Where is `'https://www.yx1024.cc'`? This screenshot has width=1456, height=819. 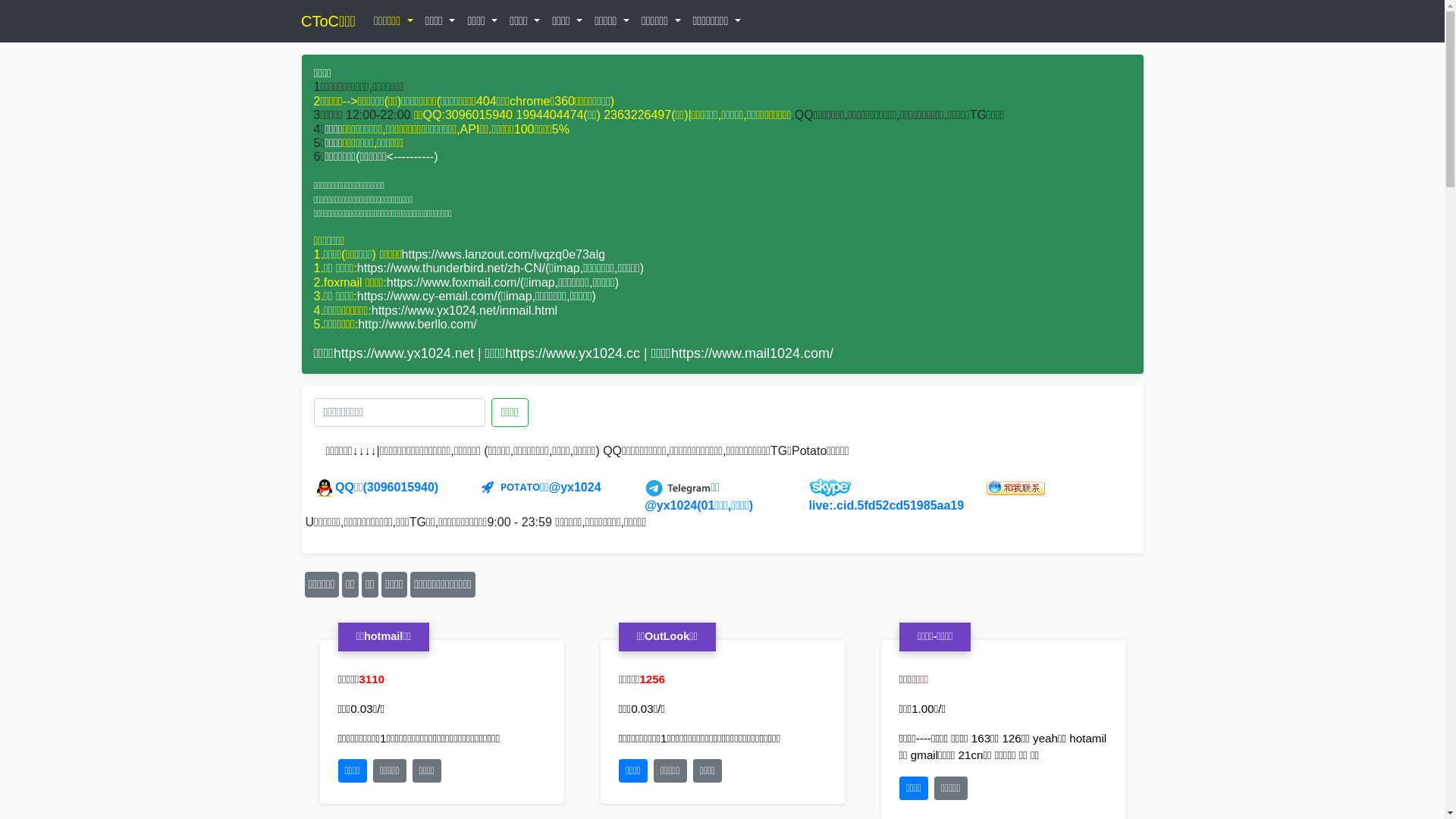 'https://www.yx1024.cc' is located at coordinates (505, 353).